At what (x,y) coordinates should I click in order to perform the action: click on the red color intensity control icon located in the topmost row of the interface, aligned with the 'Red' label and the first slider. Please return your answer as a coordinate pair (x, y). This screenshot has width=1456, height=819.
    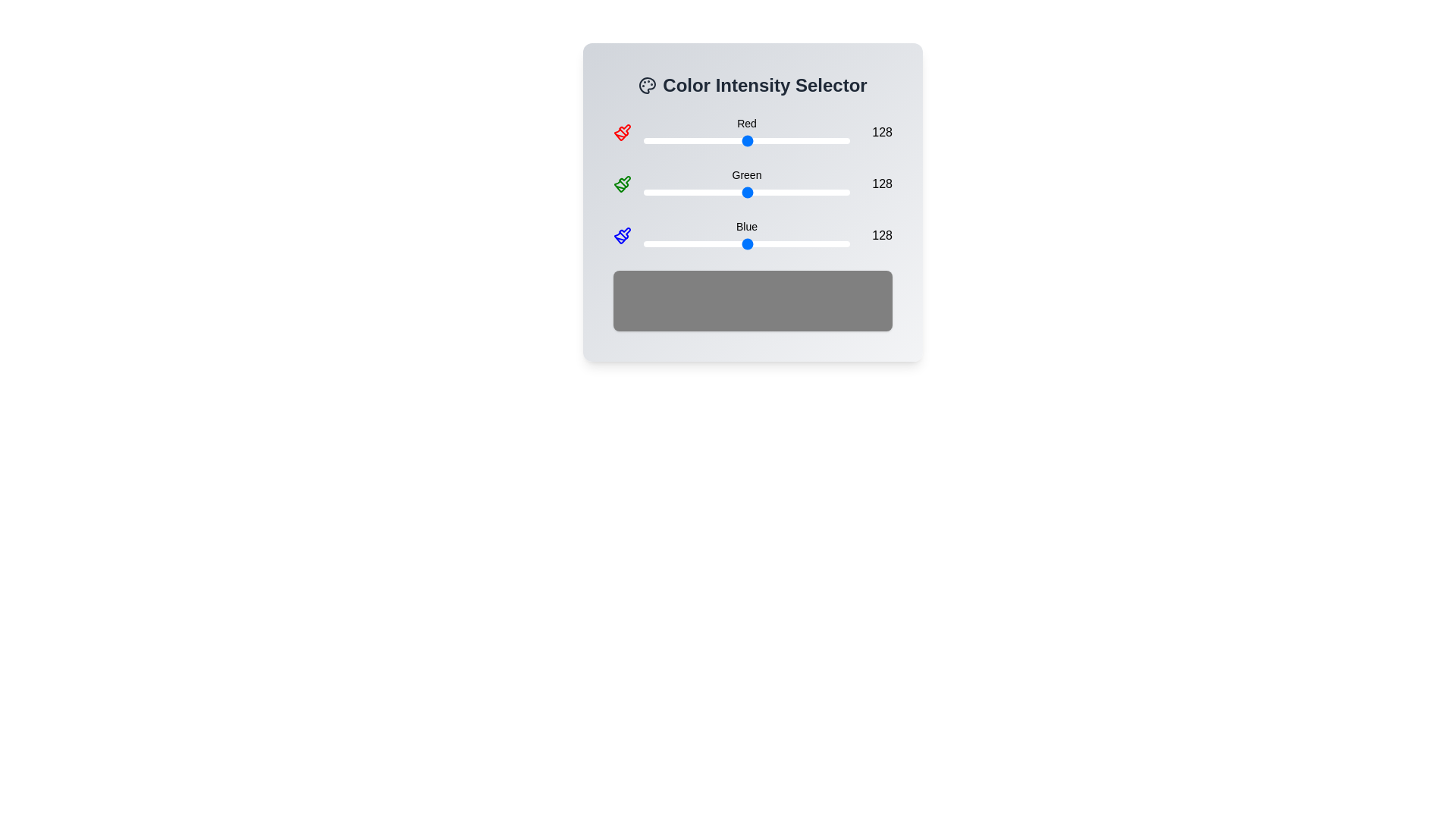
    Looking at the image, I should click on (625, 129).